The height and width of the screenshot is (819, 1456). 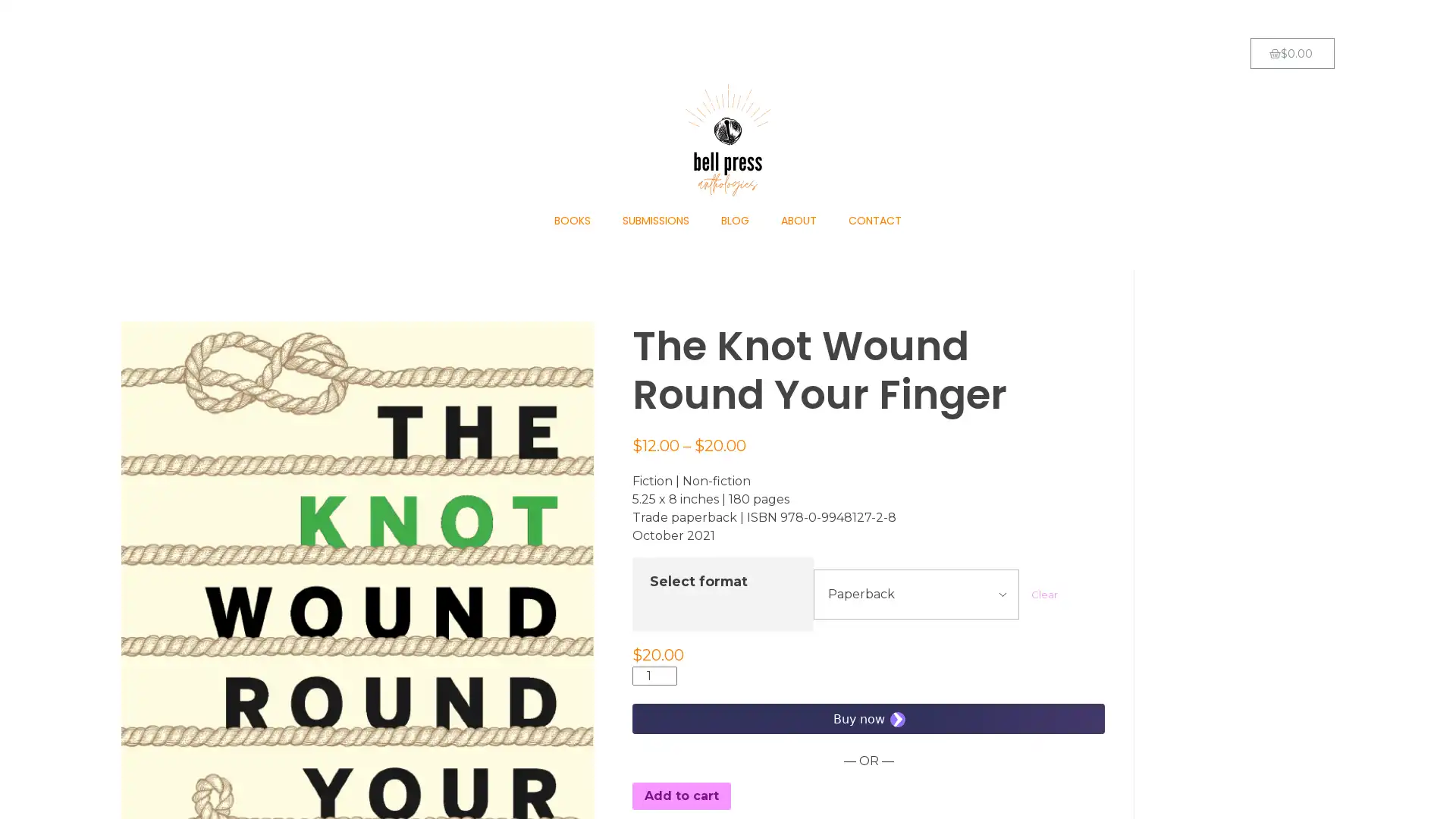 I want to click on Add to cart, so click(x=680, y=795).